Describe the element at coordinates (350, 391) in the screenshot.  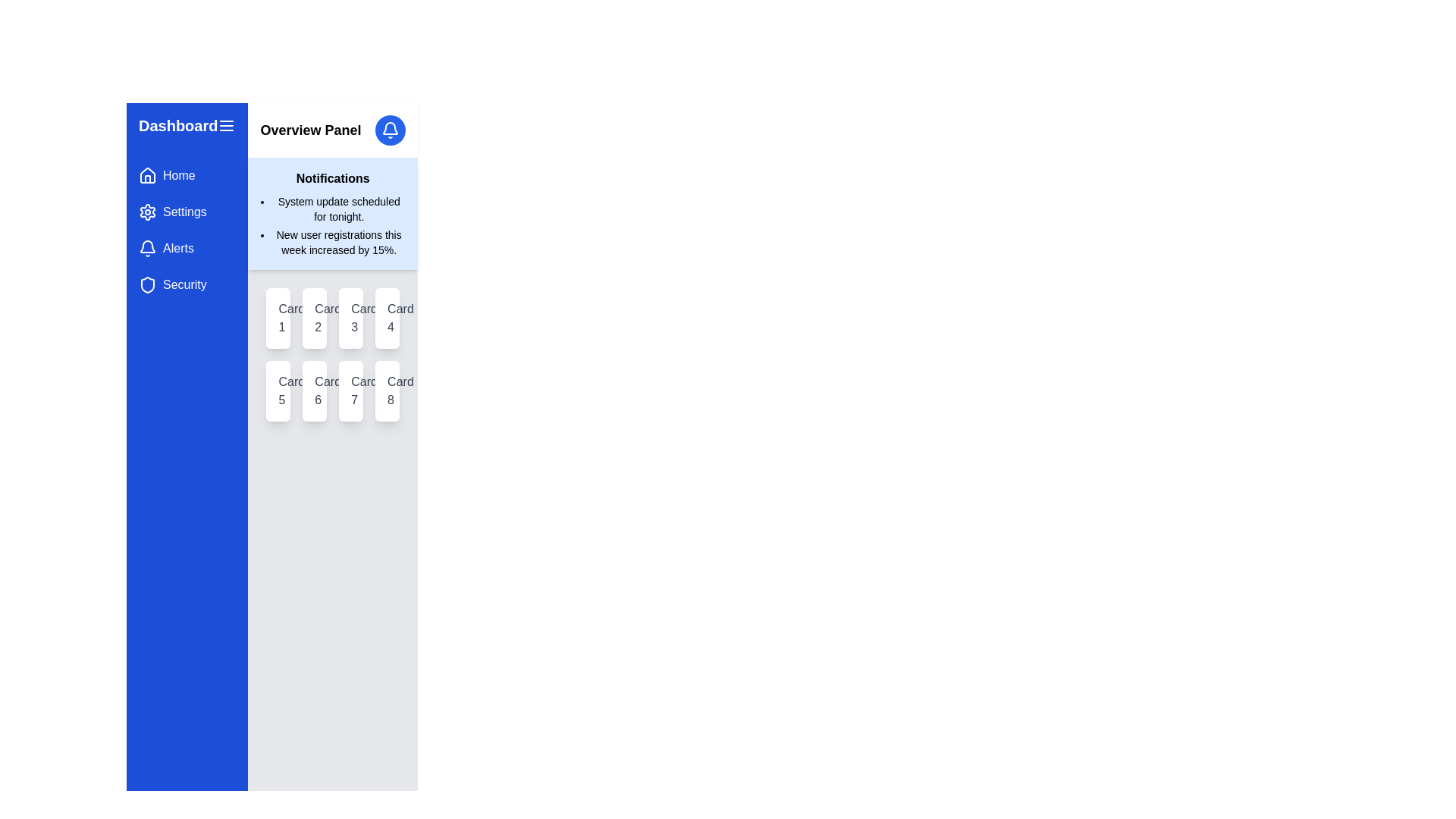
I see `the rectangular card labeled 'Card 7' with a white background and gray text, located in the second row, third column of the grid` at that location.